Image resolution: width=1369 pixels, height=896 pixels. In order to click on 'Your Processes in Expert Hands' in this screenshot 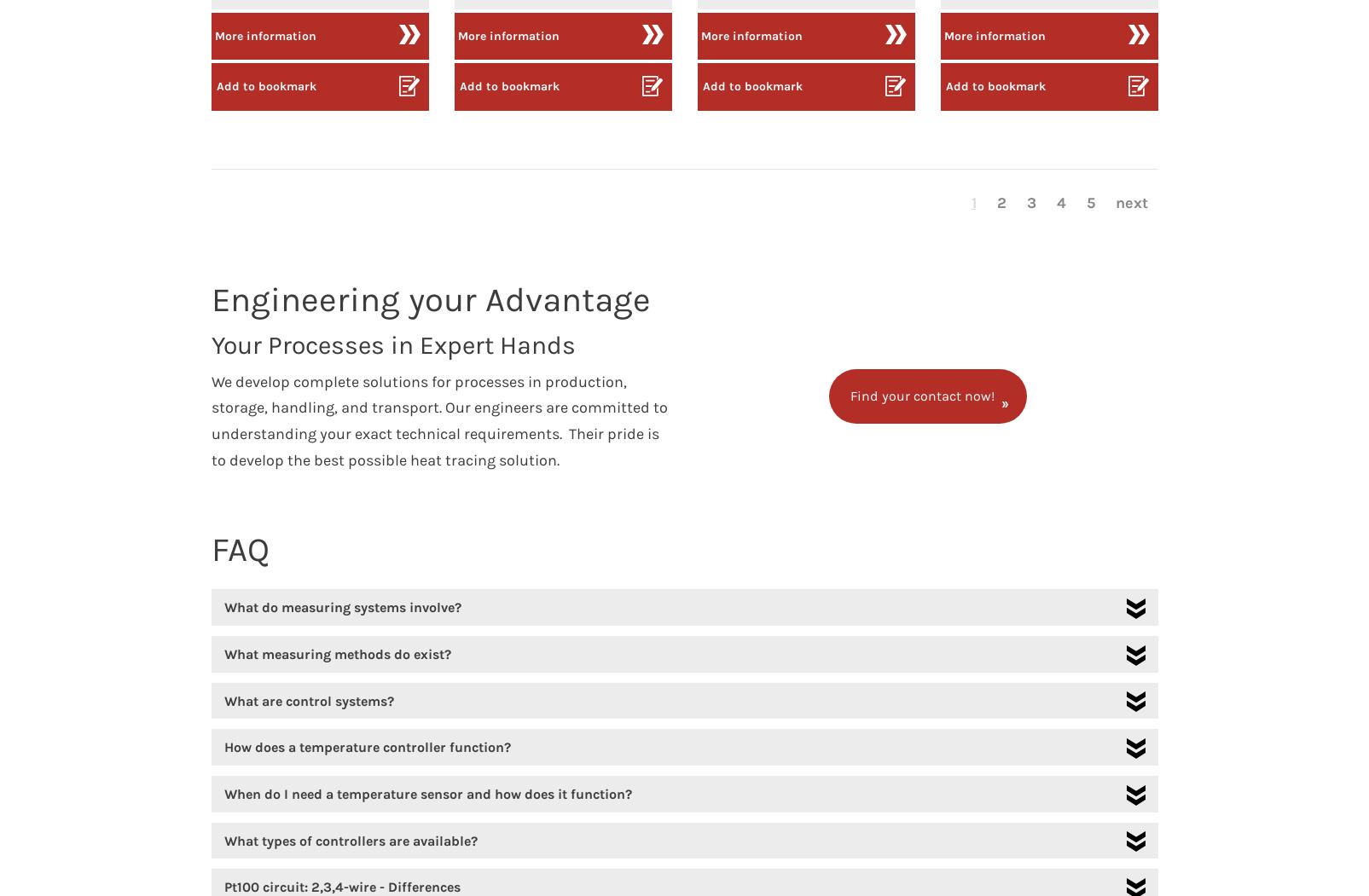, I will do `click(392, 344)`.